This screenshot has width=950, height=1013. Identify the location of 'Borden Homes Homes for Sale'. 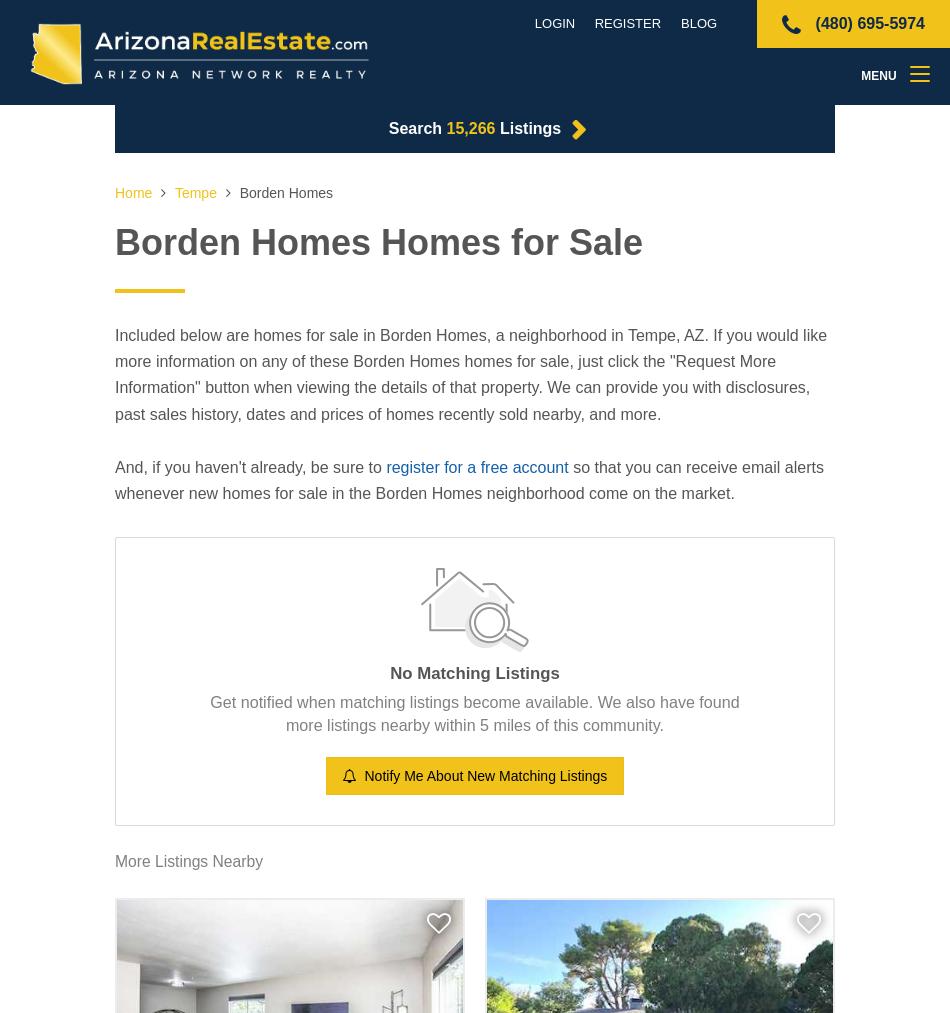
(377, 241).